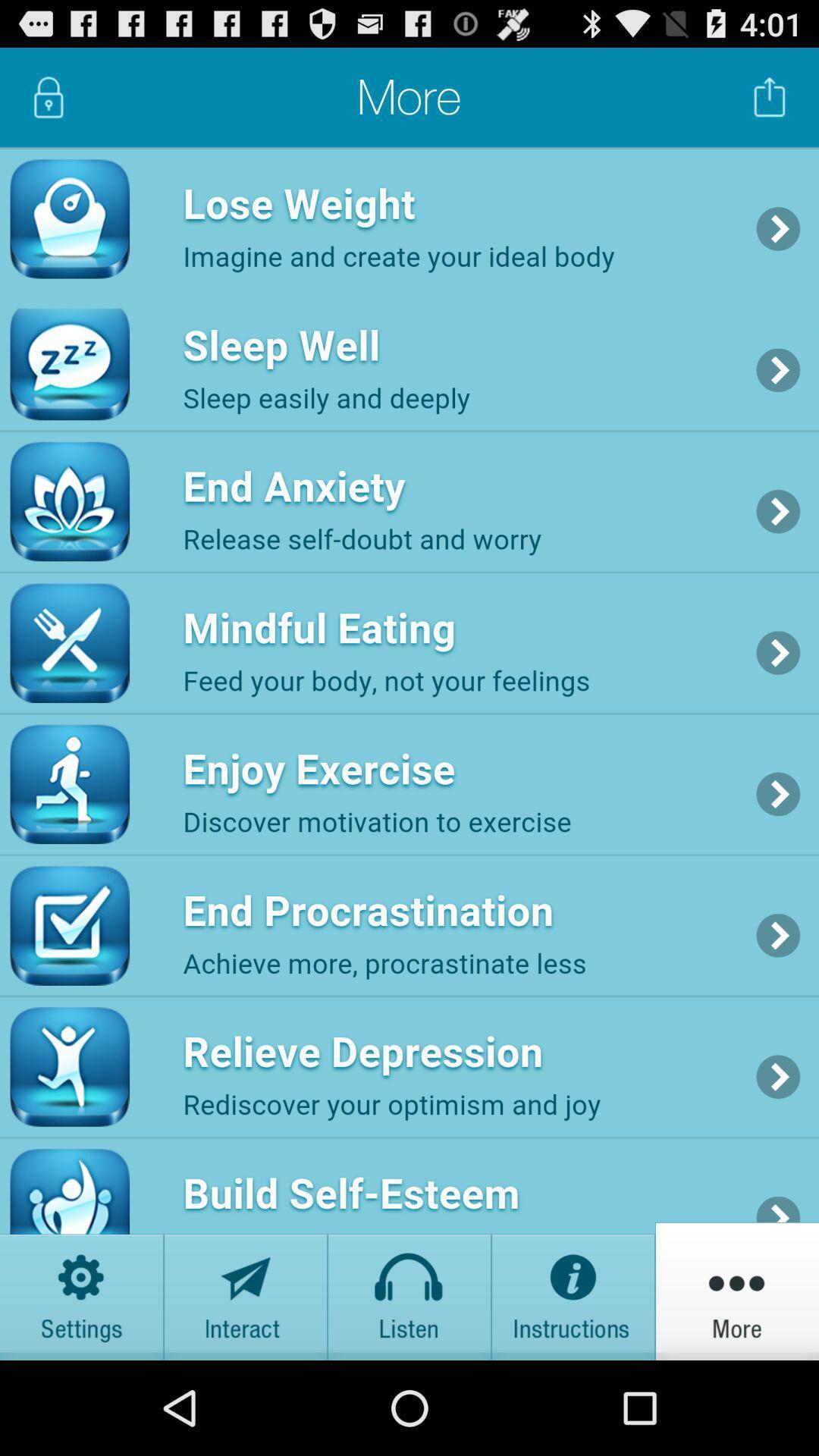 This screenshot has width=819, height=1456. What do you see at coordinates (736, 1381) in the screenshot?
I see `the more icon` at bounding box center [736, 1381].